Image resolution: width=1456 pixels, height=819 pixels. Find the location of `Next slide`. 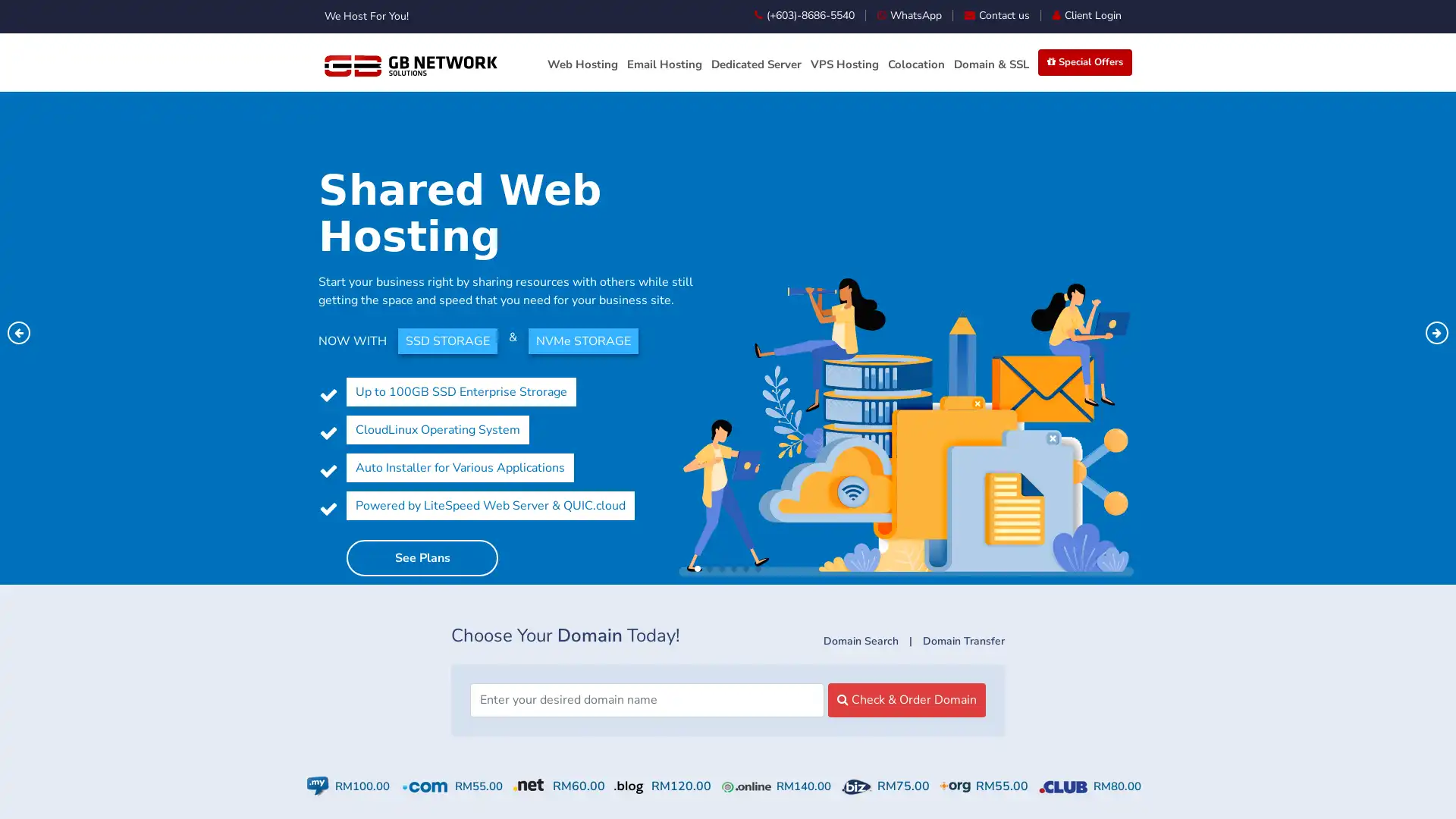

Next slide is located at coordinates (1436, 331).